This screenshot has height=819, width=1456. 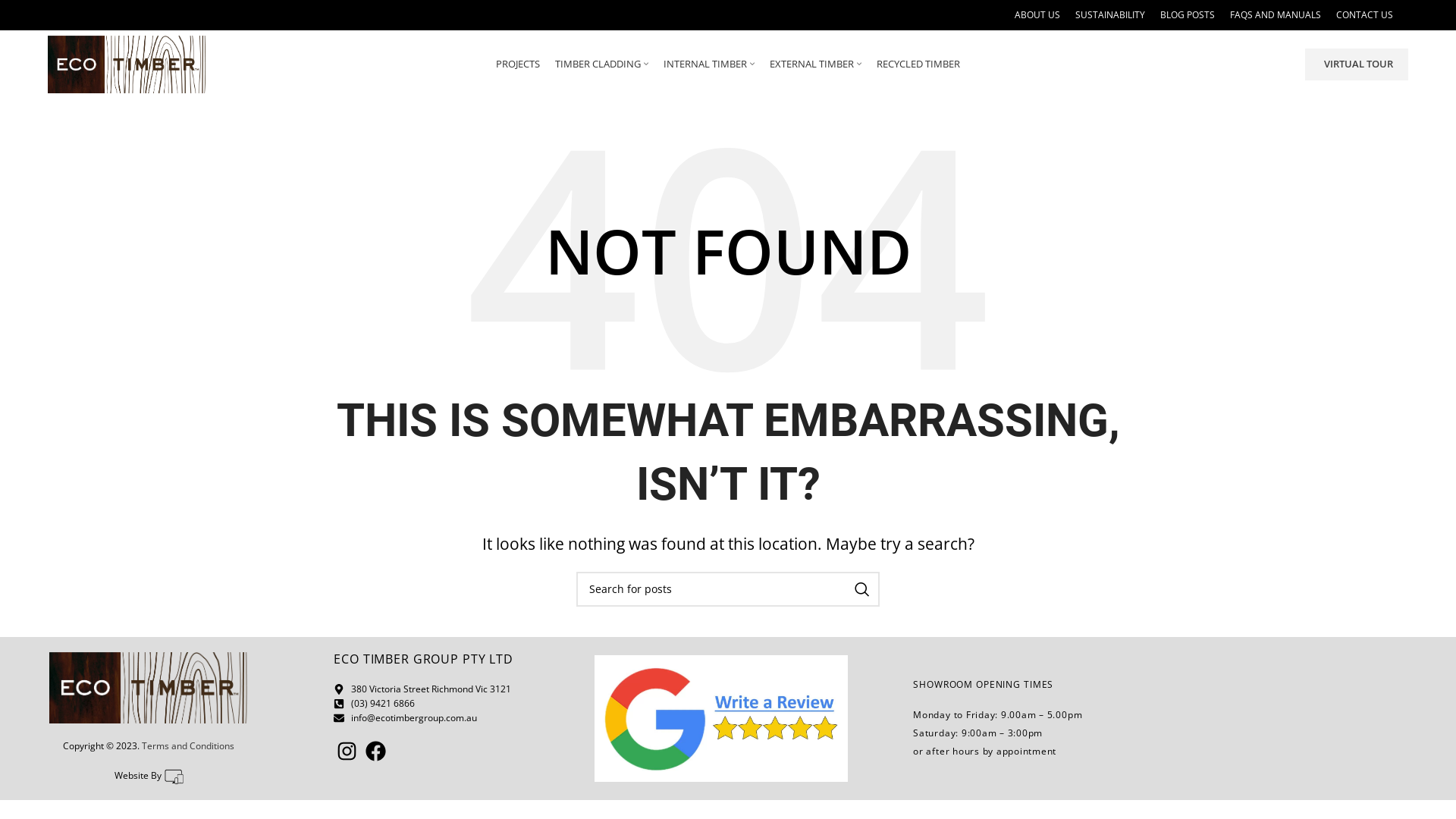 What do you see at coordinates (1230, 14) in the screenshot?
I see `'FAQS AND MANUALS'` at bounding box center [1230, 14].